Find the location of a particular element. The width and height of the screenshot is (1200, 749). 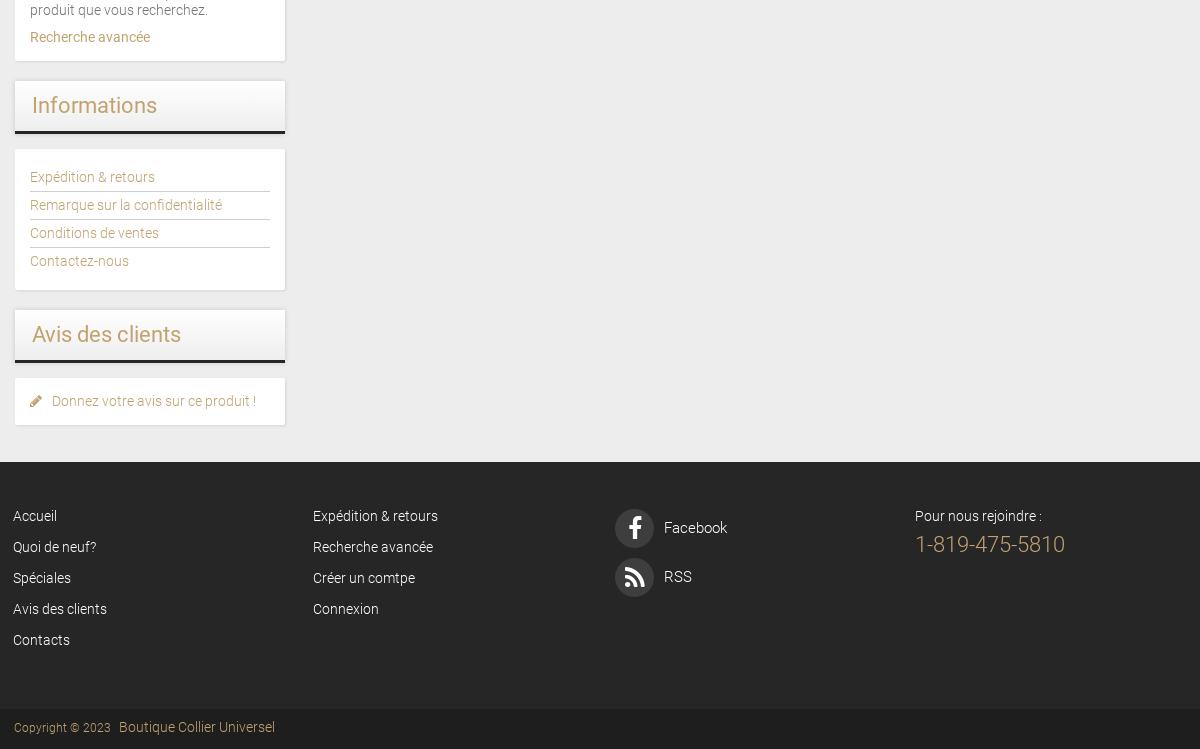

'Informations' is located at coordinates (94, 104).